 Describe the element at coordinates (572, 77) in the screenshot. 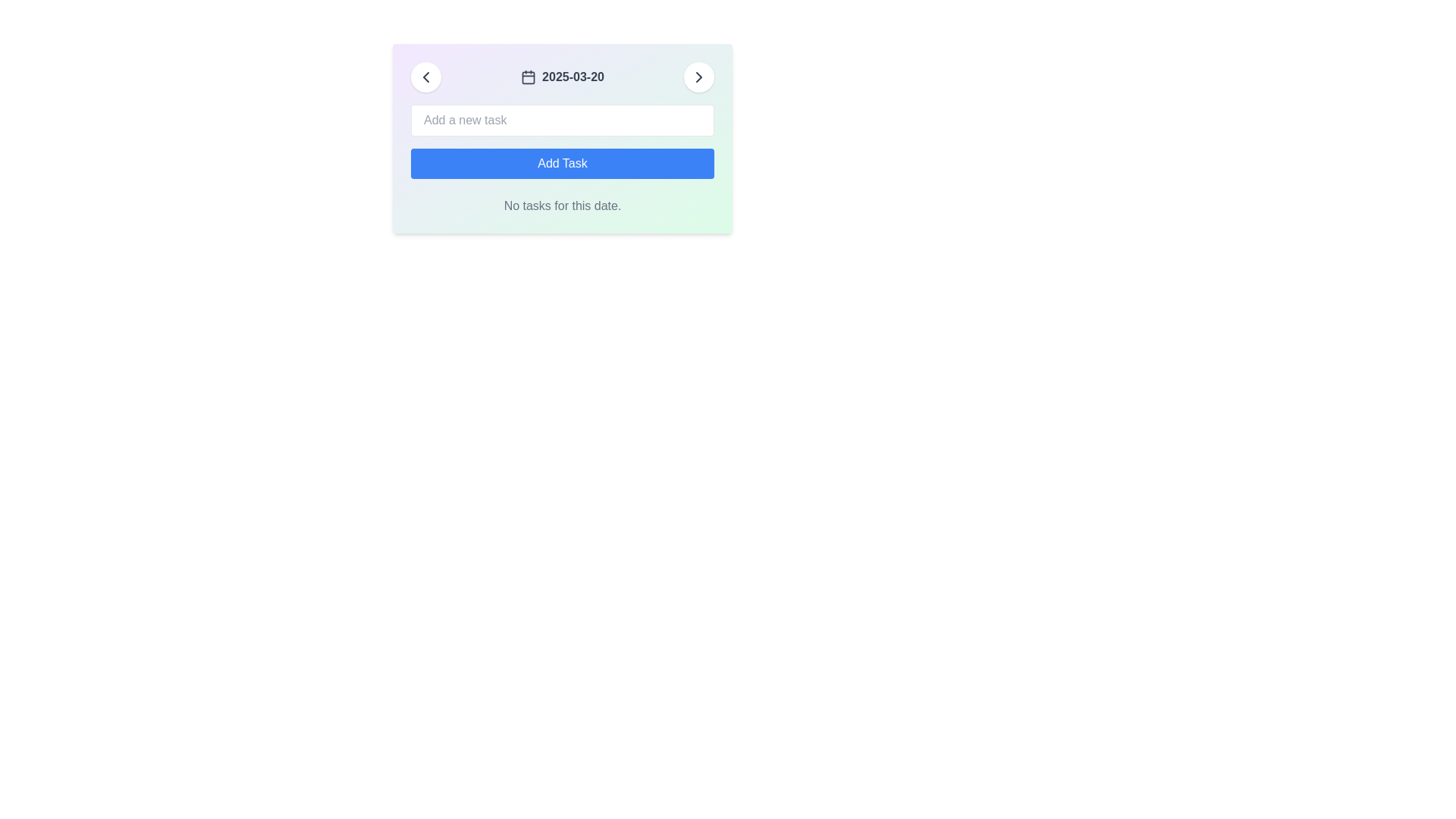

I see `the text label displaying '2025-03-20' which is bold and positioned prominently within the date navigation interface, located near the top of the interface, to the right of a calendar icon and between navigation arrows` at that location.